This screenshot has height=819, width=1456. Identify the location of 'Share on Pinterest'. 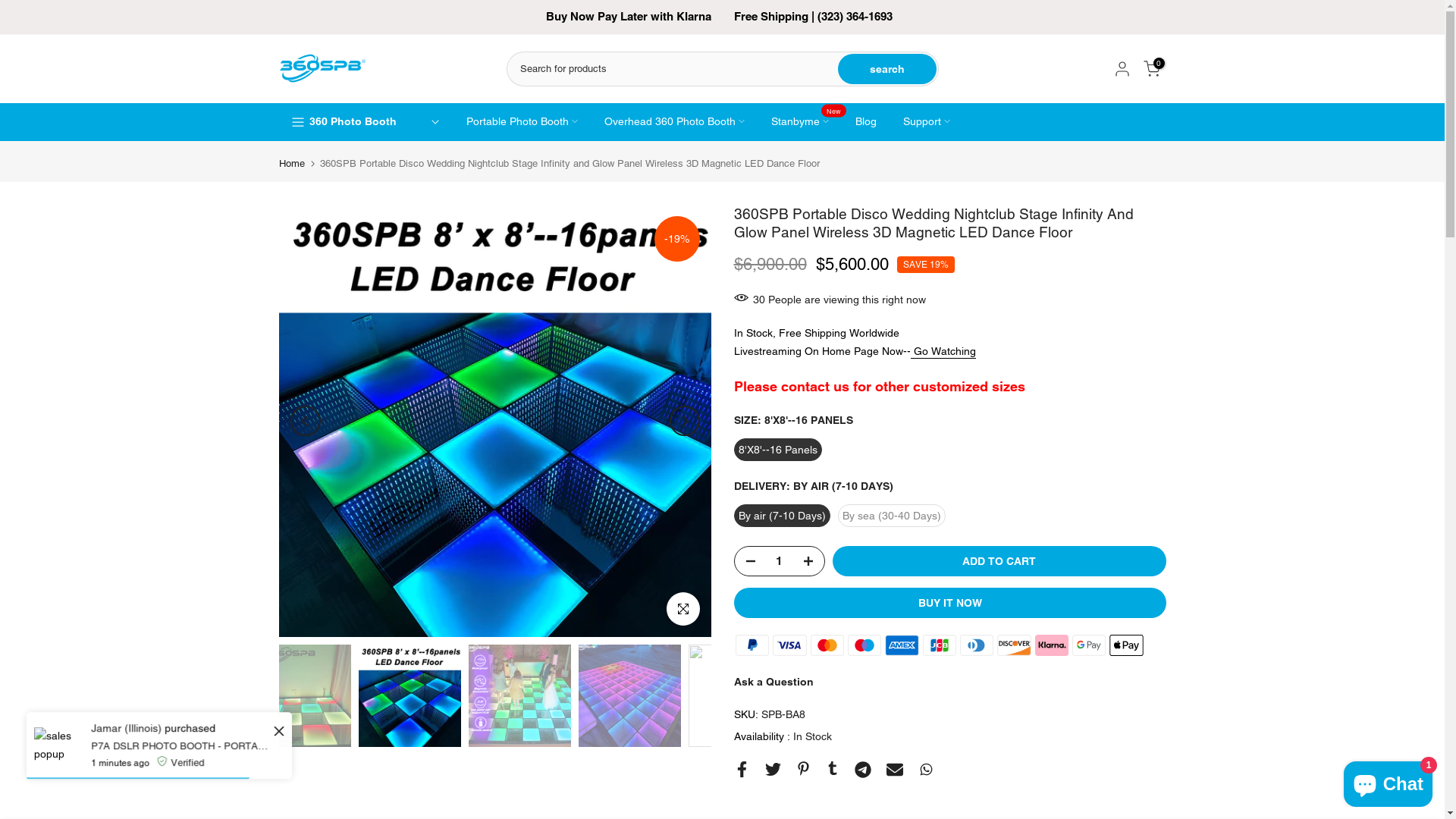
(802, 768).